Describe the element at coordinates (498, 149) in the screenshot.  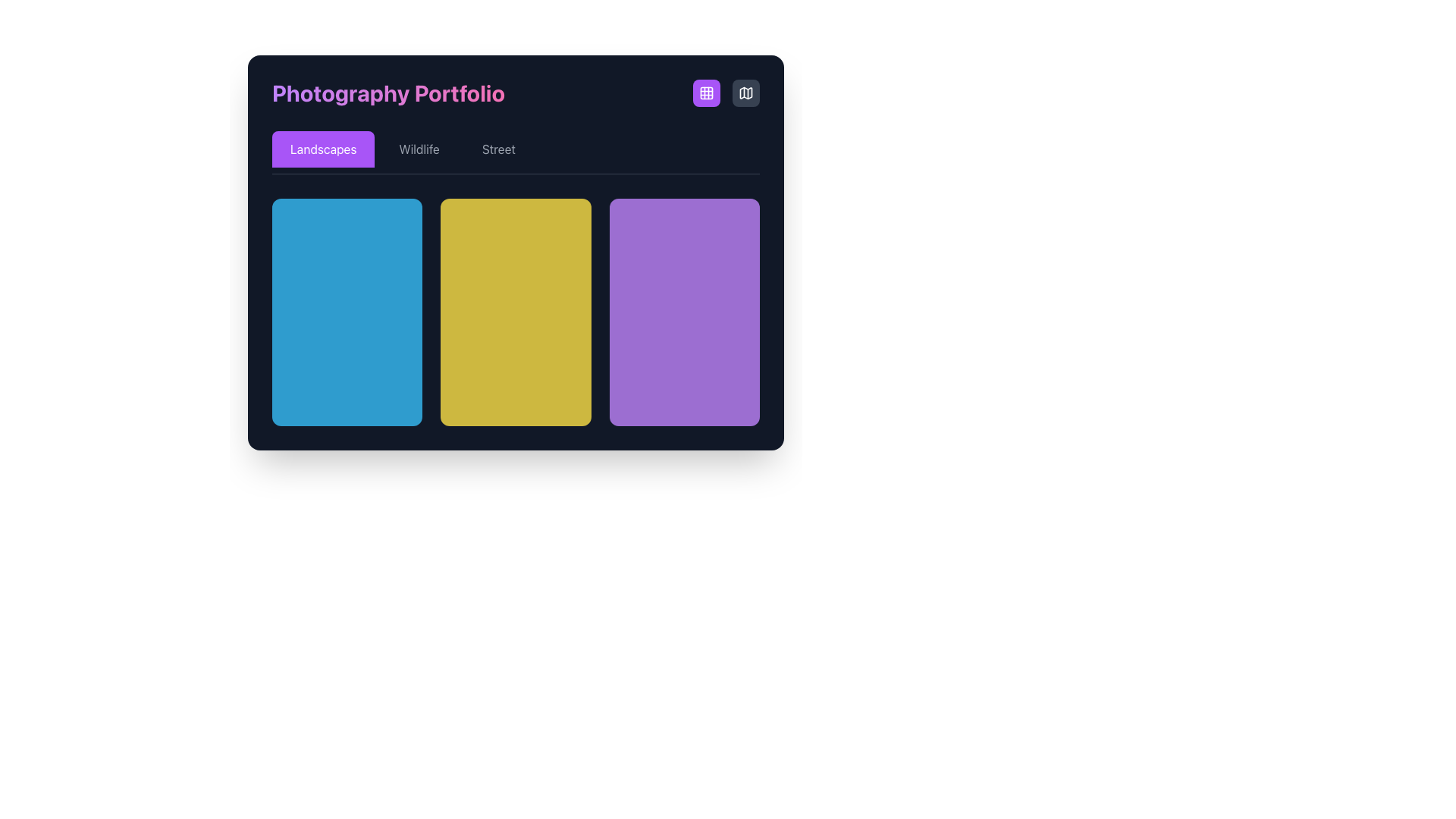
I see `the 'Street' button, which is a textual button with light gray text on a dark background, part of a navigation menu at the top of the interface` at that location.